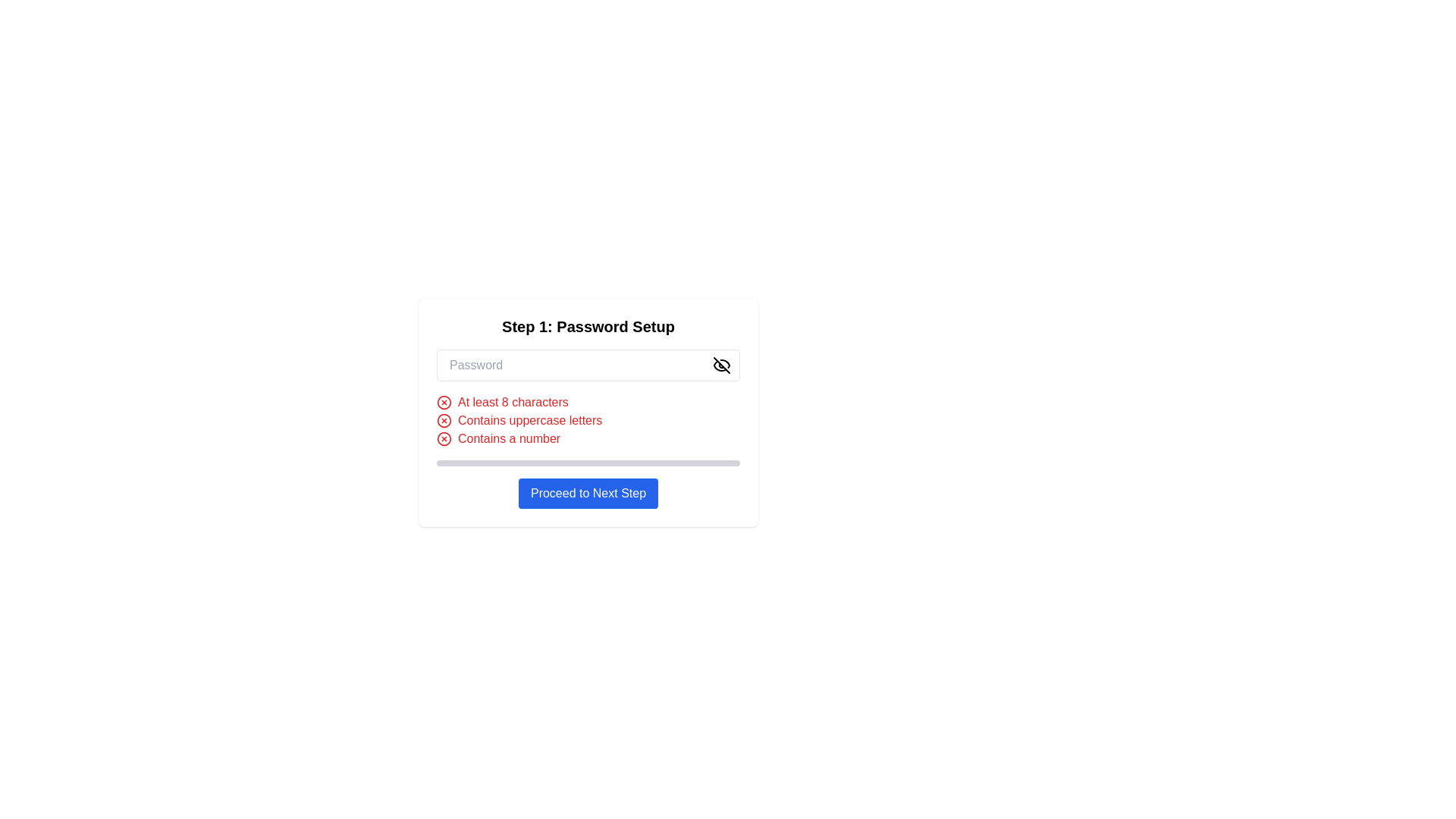  Describe the element at coordinates (443, 402) in the screenshot. I see `the warning icon indicating that the 'At least 8 characters' condition has not been met, located to the left of the text within the password input field warning message group` at that location.